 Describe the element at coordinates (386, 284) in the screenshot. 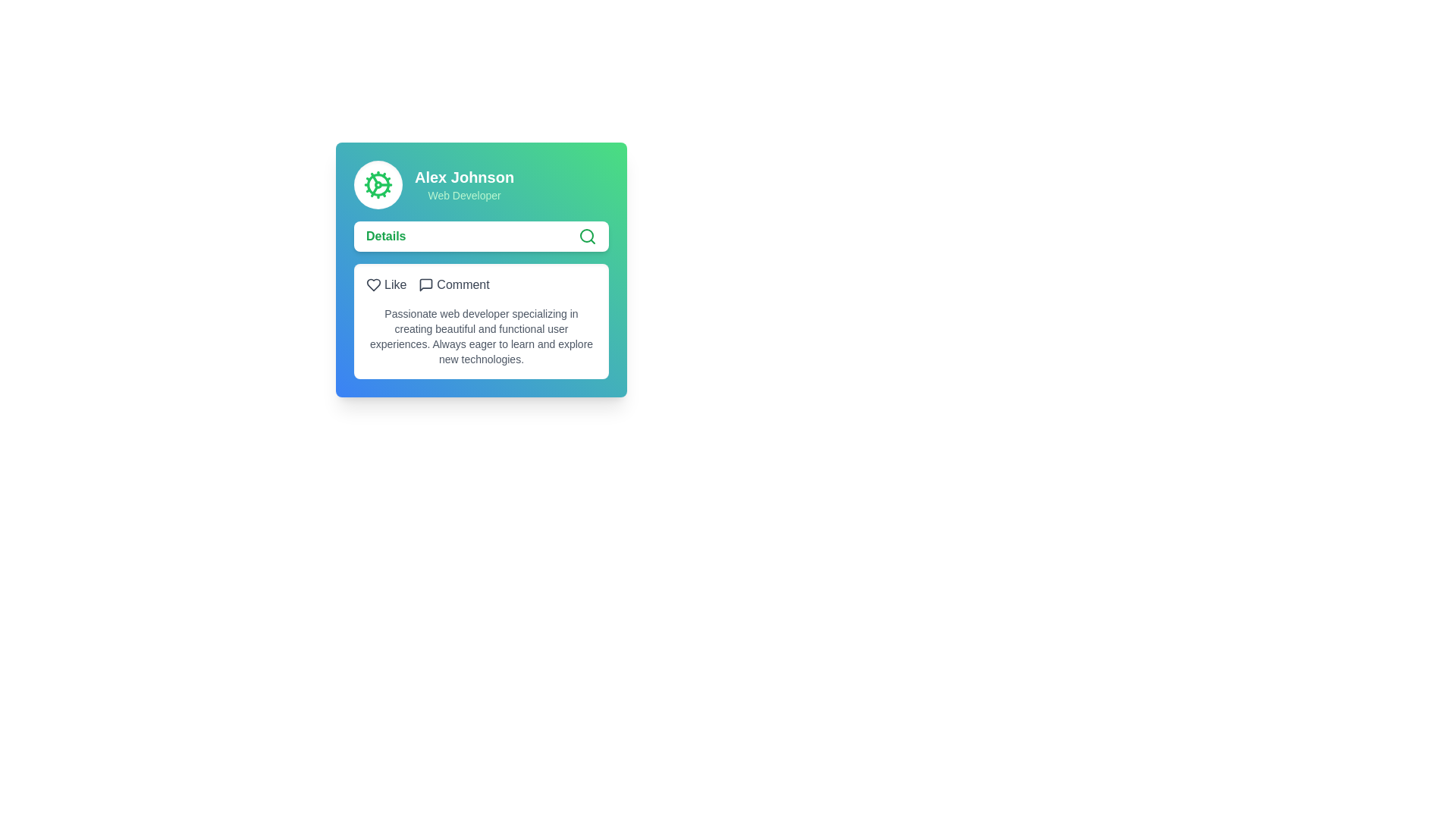

I see `the interactive 'like' button located in the top-left of a two-item horizontal group within a card to indicate appreciation or interest in the associated content` at that location.